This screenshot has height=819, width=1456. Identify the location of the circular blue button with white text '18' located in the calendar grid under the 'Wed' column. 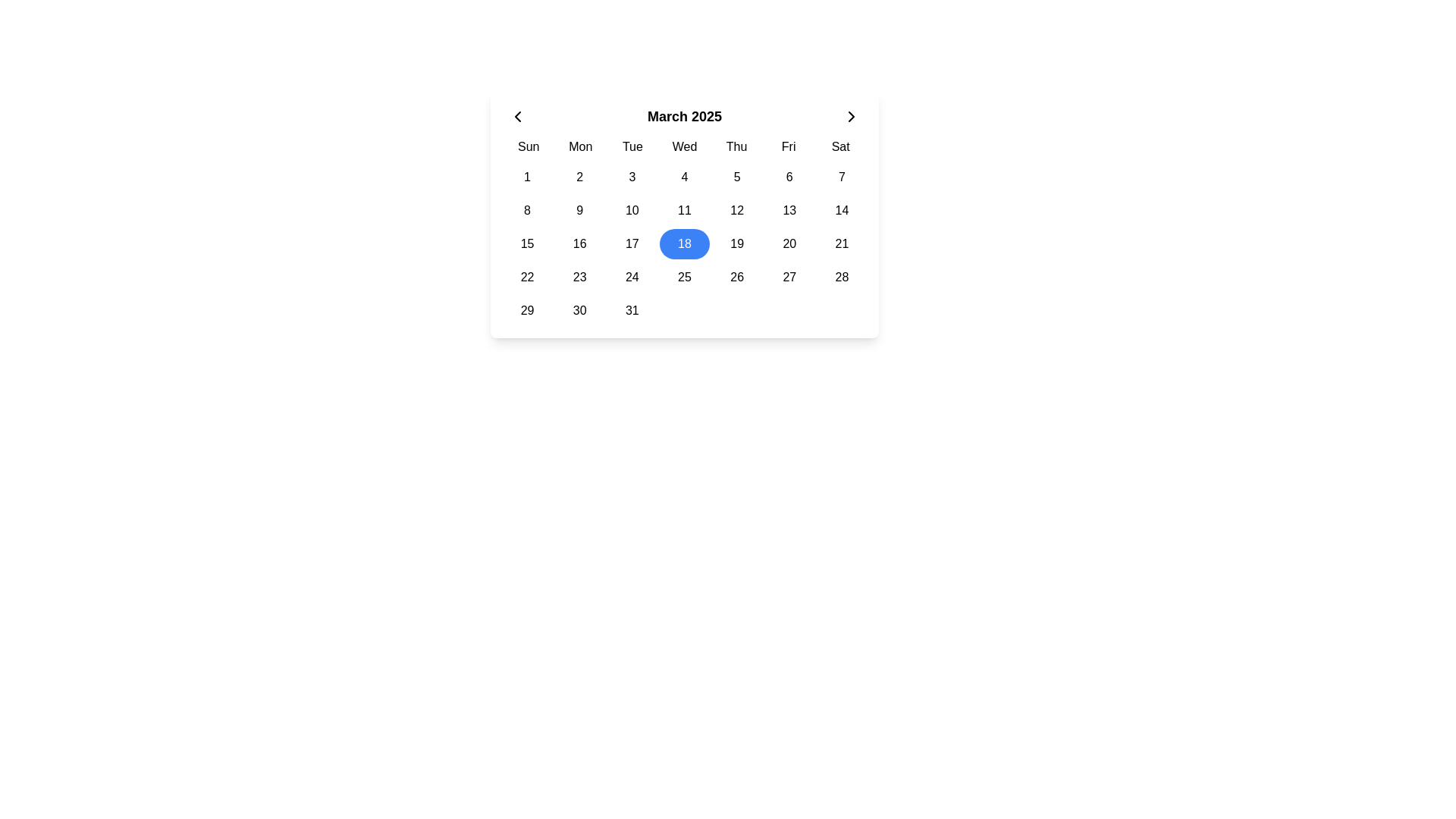
(683, 243).